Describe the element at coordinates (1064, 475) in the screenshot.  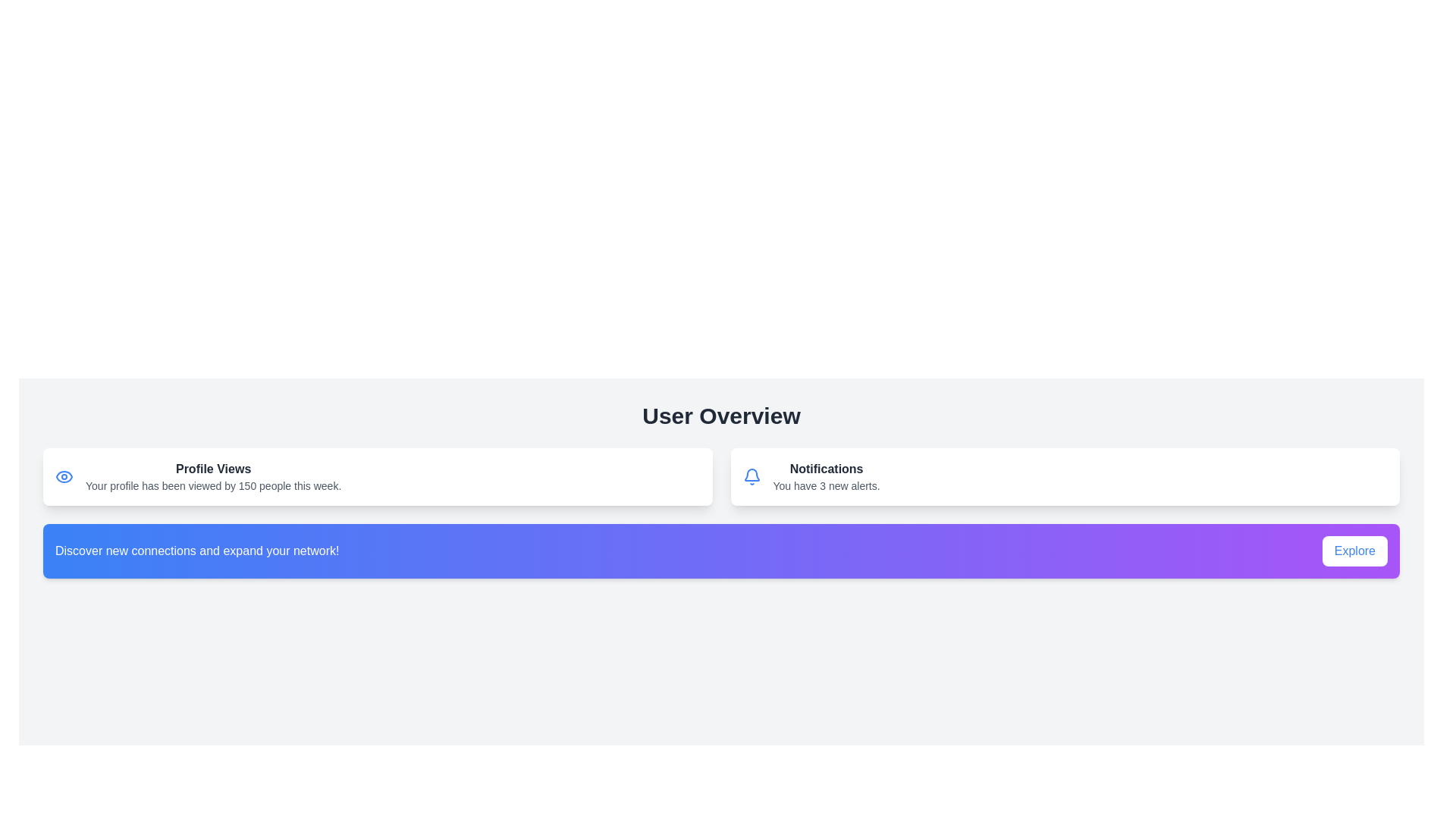
I see `the Notification Box that displays the count of new notifications and a brief description, located in the second column of the grid layout` at that location.